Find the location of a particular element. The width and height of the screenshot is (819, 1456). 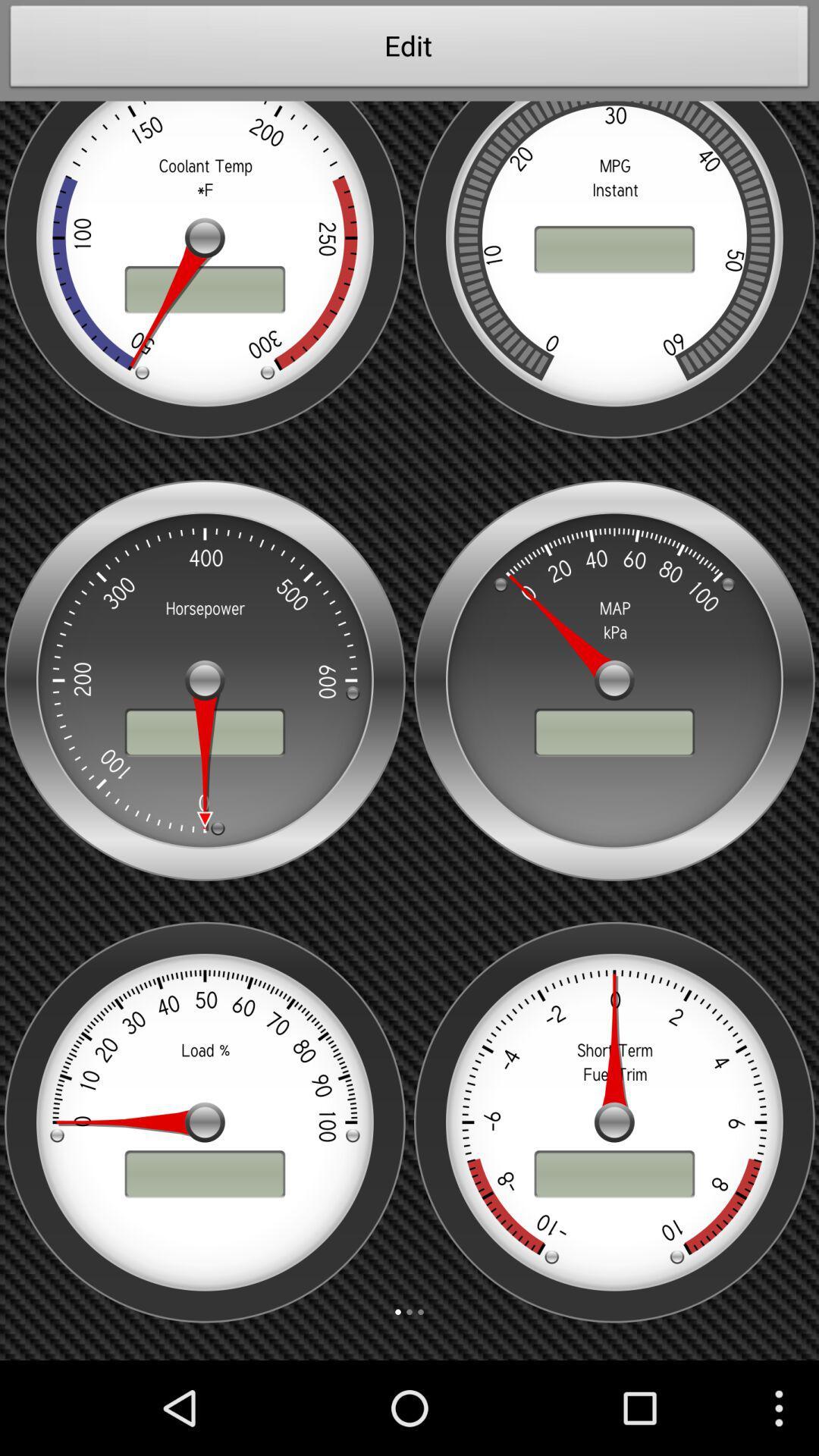

the edit is located at coordinates (409, 50).